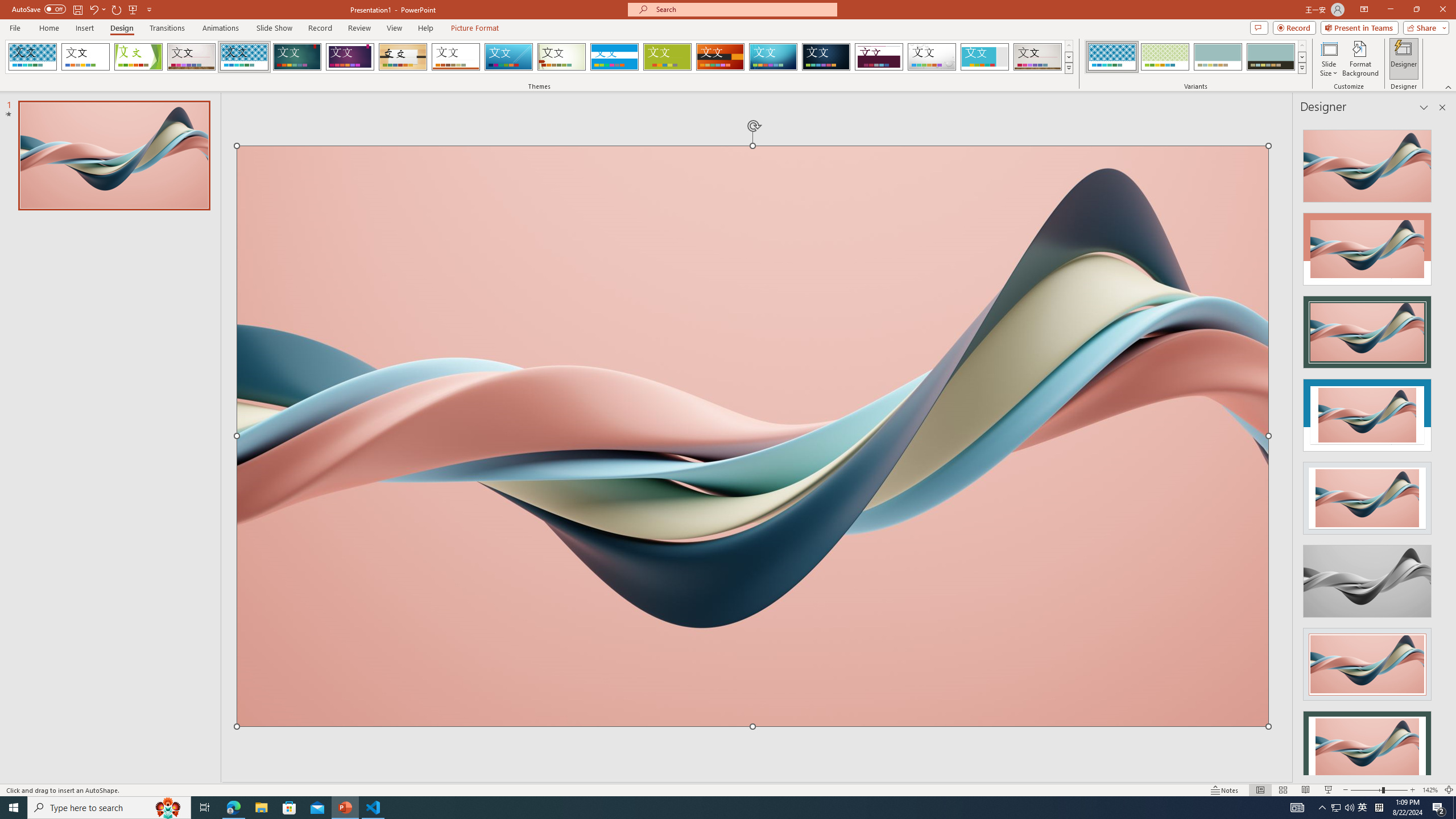 This screenshot has height=819, width=1456. I want to click on 'Ion', so click(296, 56).